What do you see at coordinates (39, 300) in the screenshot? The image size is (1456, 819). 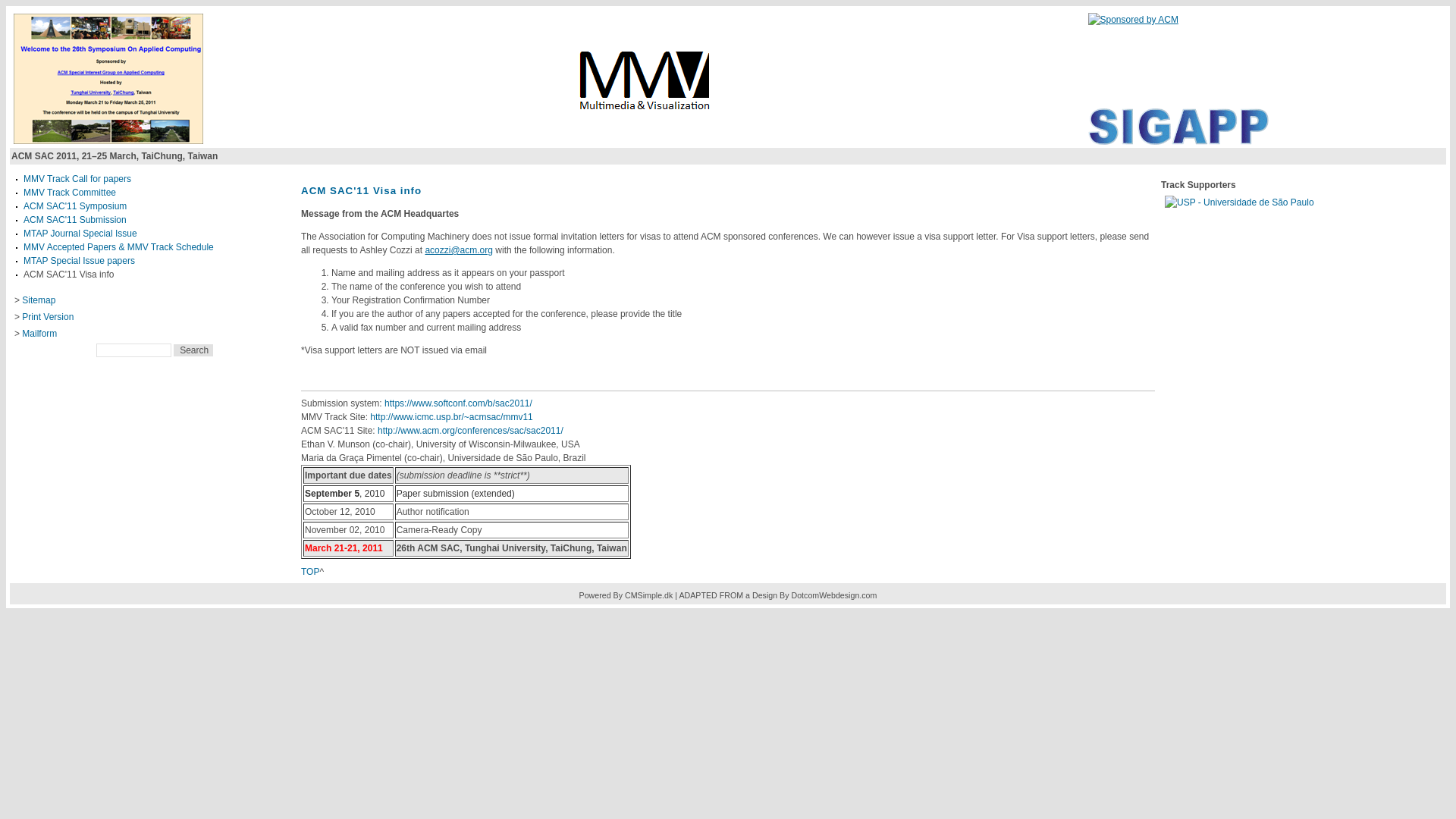 I see `'Sitemap'` at bounding box center [39, 300].